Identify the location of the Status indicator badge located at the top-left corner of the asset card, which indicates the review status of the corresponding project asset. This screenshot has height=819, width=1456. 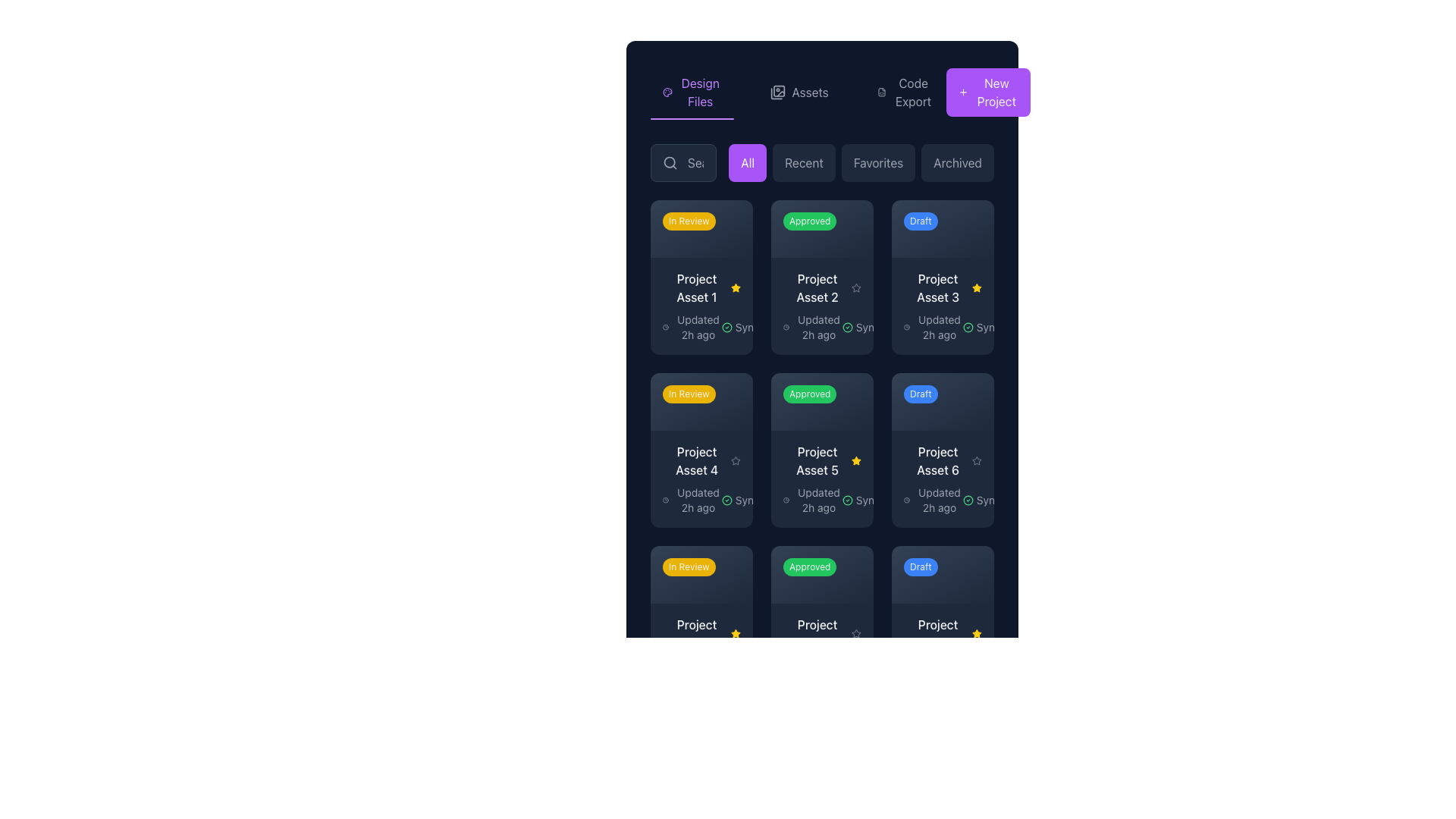
(688, 221).